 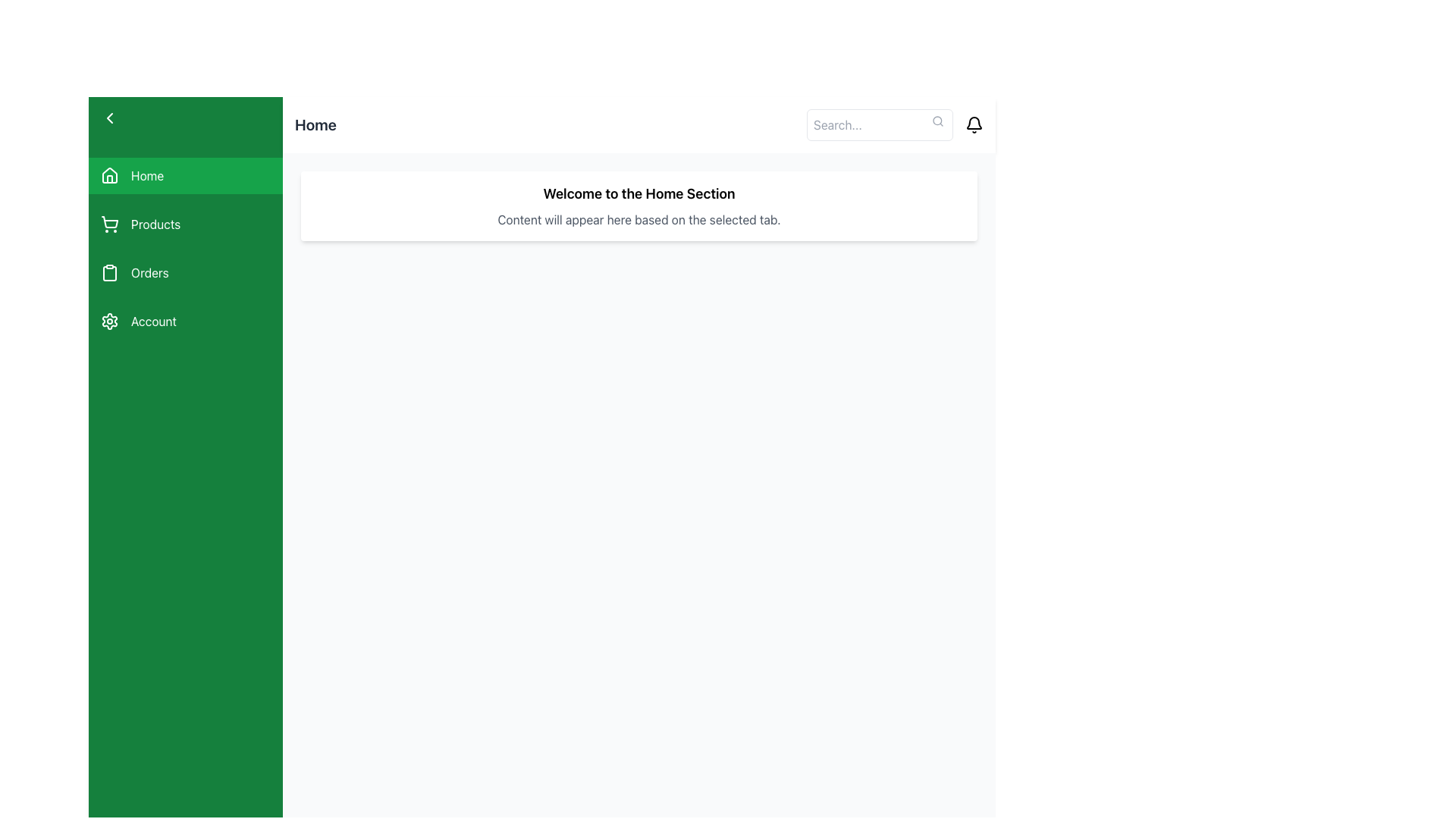 I want to click on the cogwheel-shaped icon in the 'Account' menu, which is styled in a line-drawing method and is located on the left side of the menu area, so click(x=108, y=321).